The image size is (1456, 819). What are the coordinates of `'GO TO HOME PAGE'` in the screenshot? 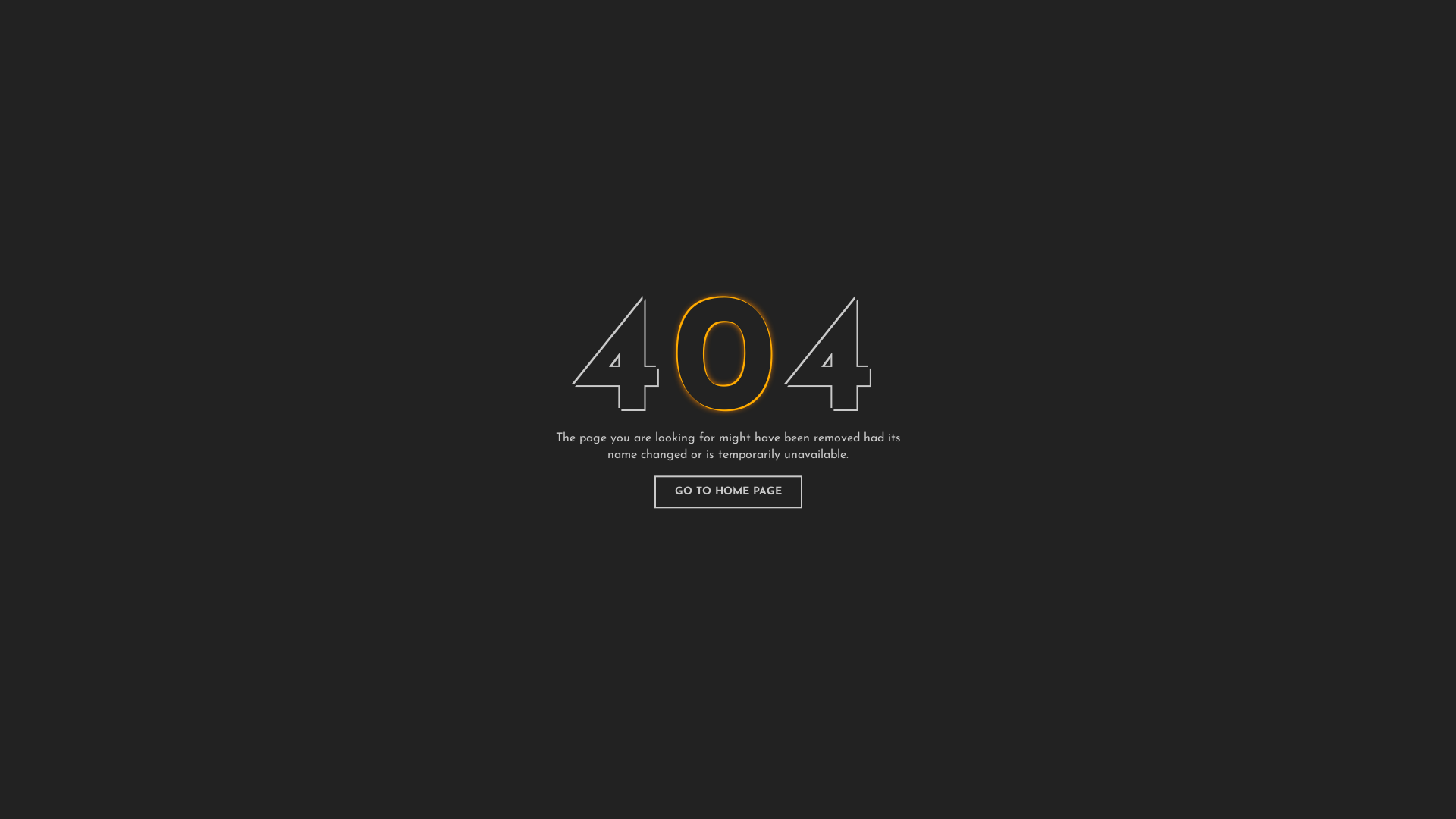 It's located at (726, 491).